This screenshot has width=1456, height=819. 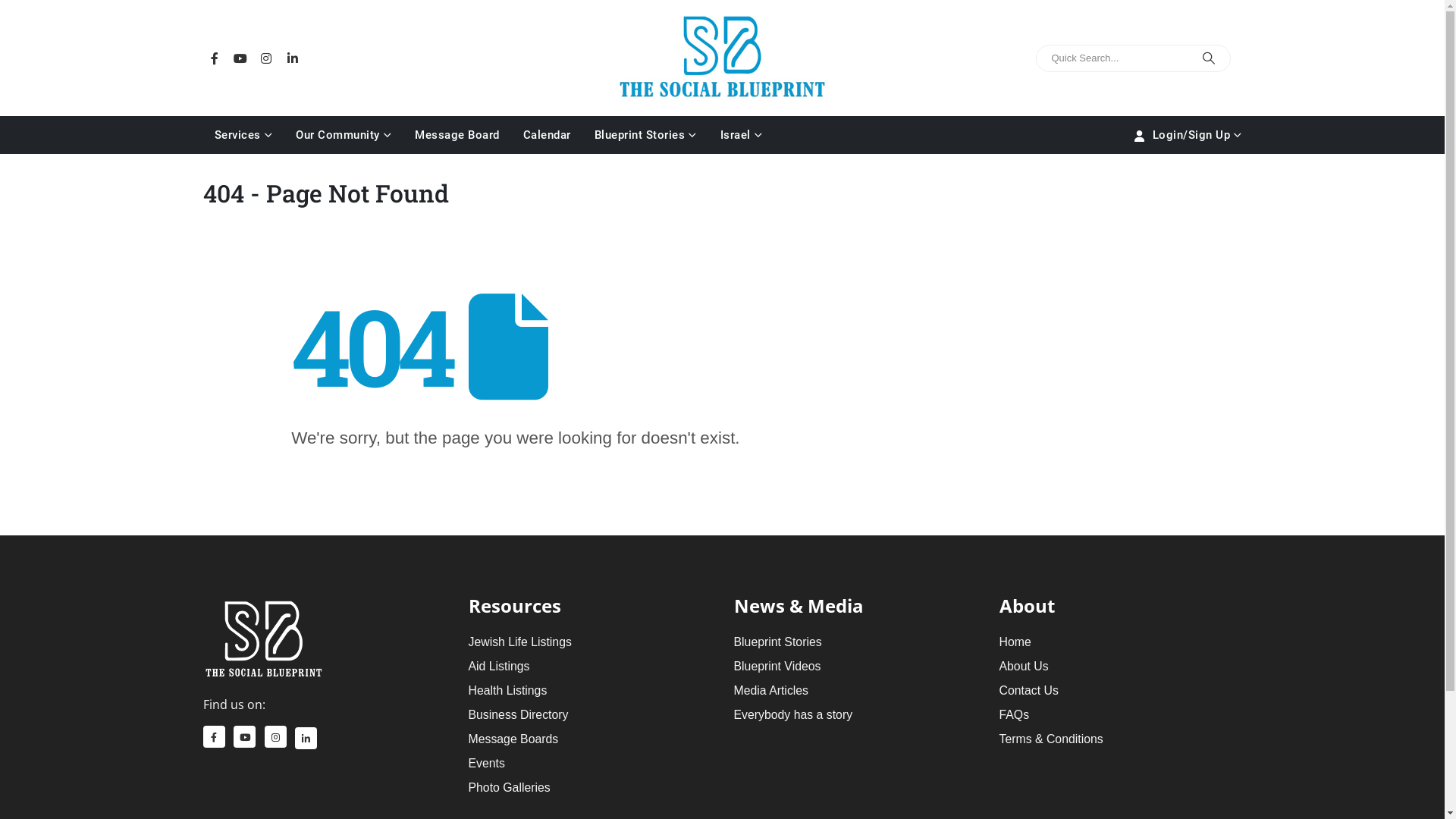 I want to click on 'Jewish Life Listings', so click(x=520, y=642).